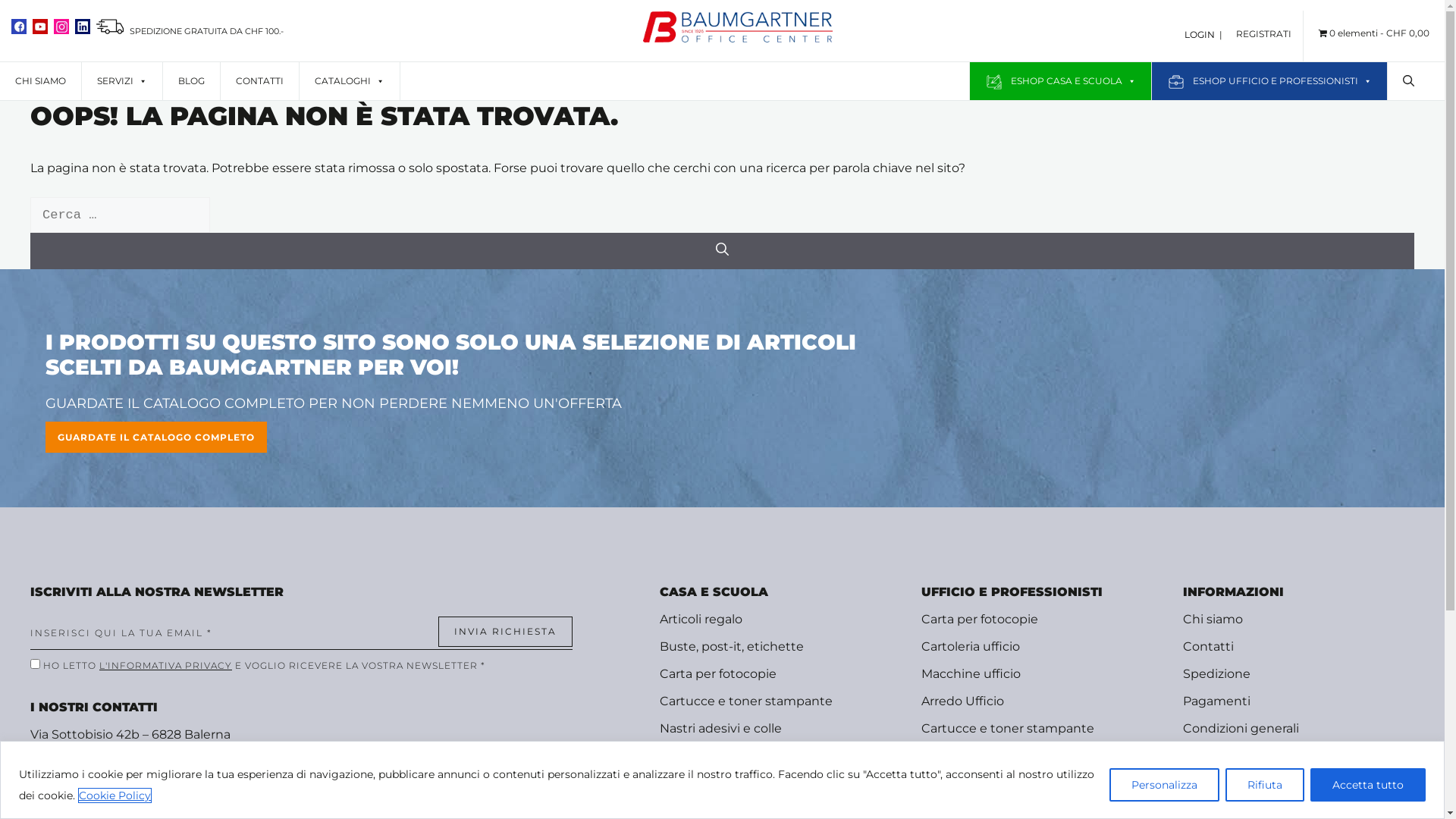 The width and height of the screenshot is (1456, 819). I want to click on ' SPEDIZIONE GRATUITA DA CHF 100.-', so click(189, 31).